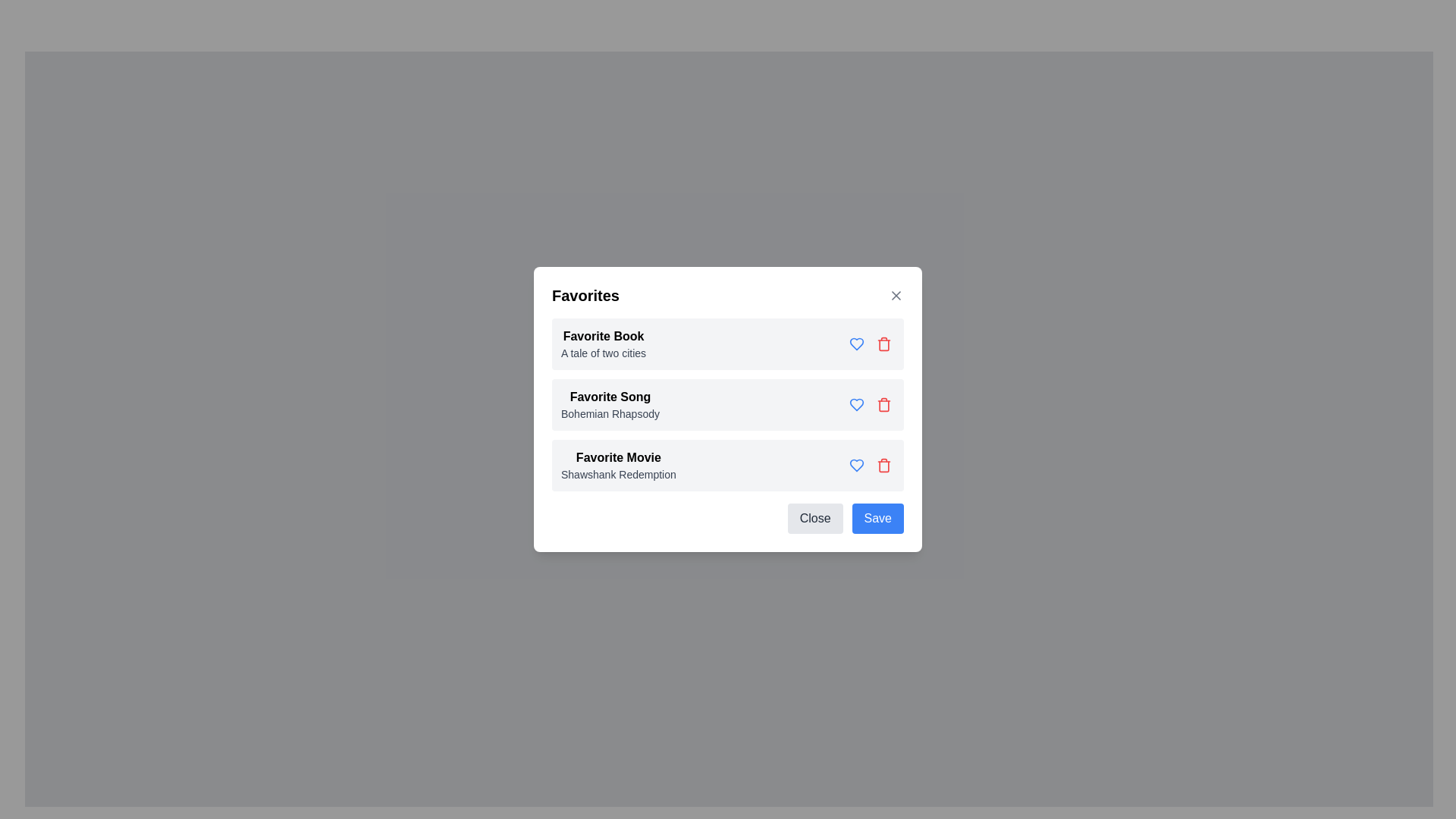  What do you see at coordinates (884, 405) in the screenshot?
I see `the trash bin icon in the 'Favorites' dialog for 'Favorite Song'` at bounding box center [884, 405].